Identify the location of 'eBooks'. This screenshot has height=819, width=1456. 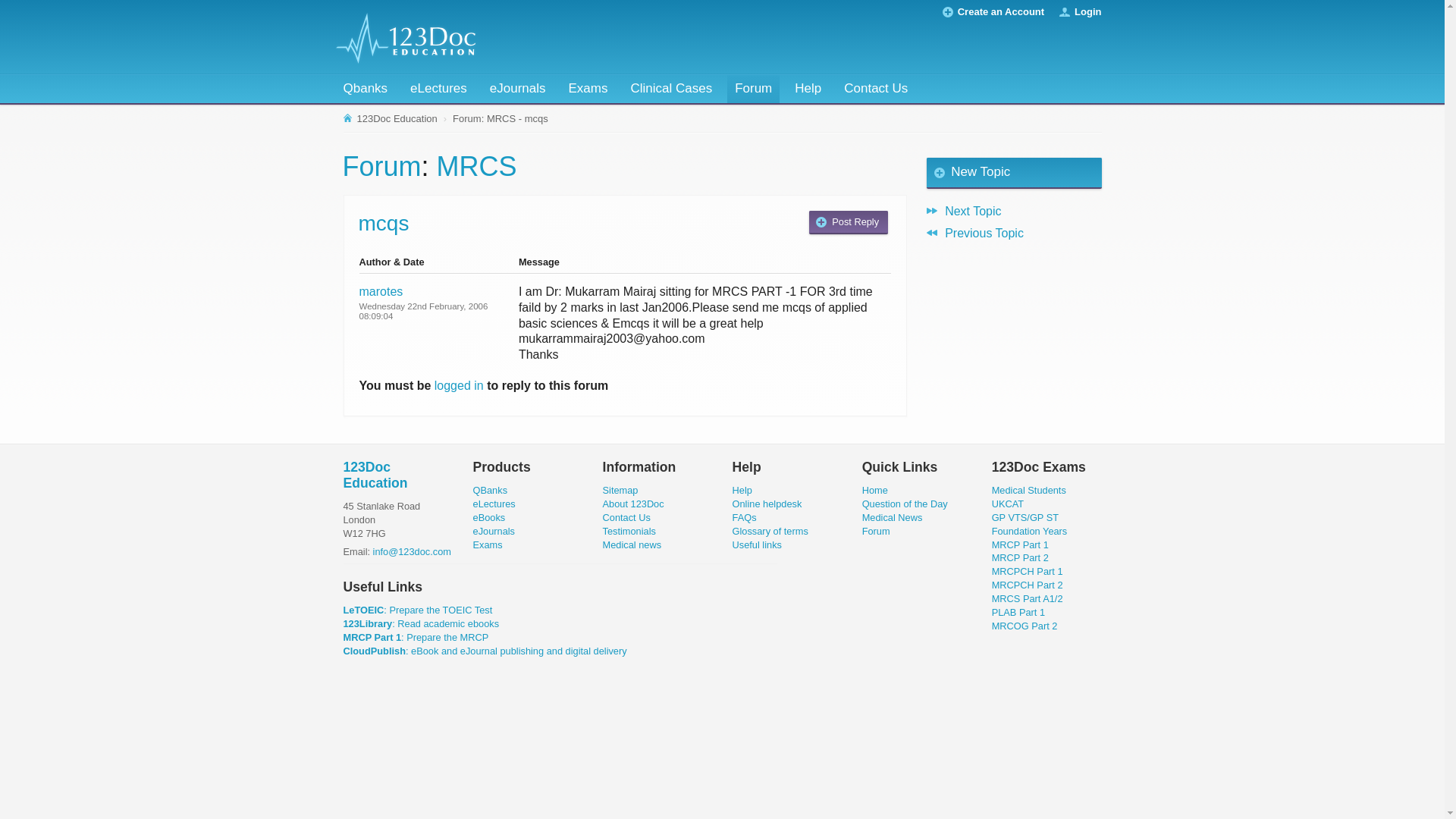
(489, 516).